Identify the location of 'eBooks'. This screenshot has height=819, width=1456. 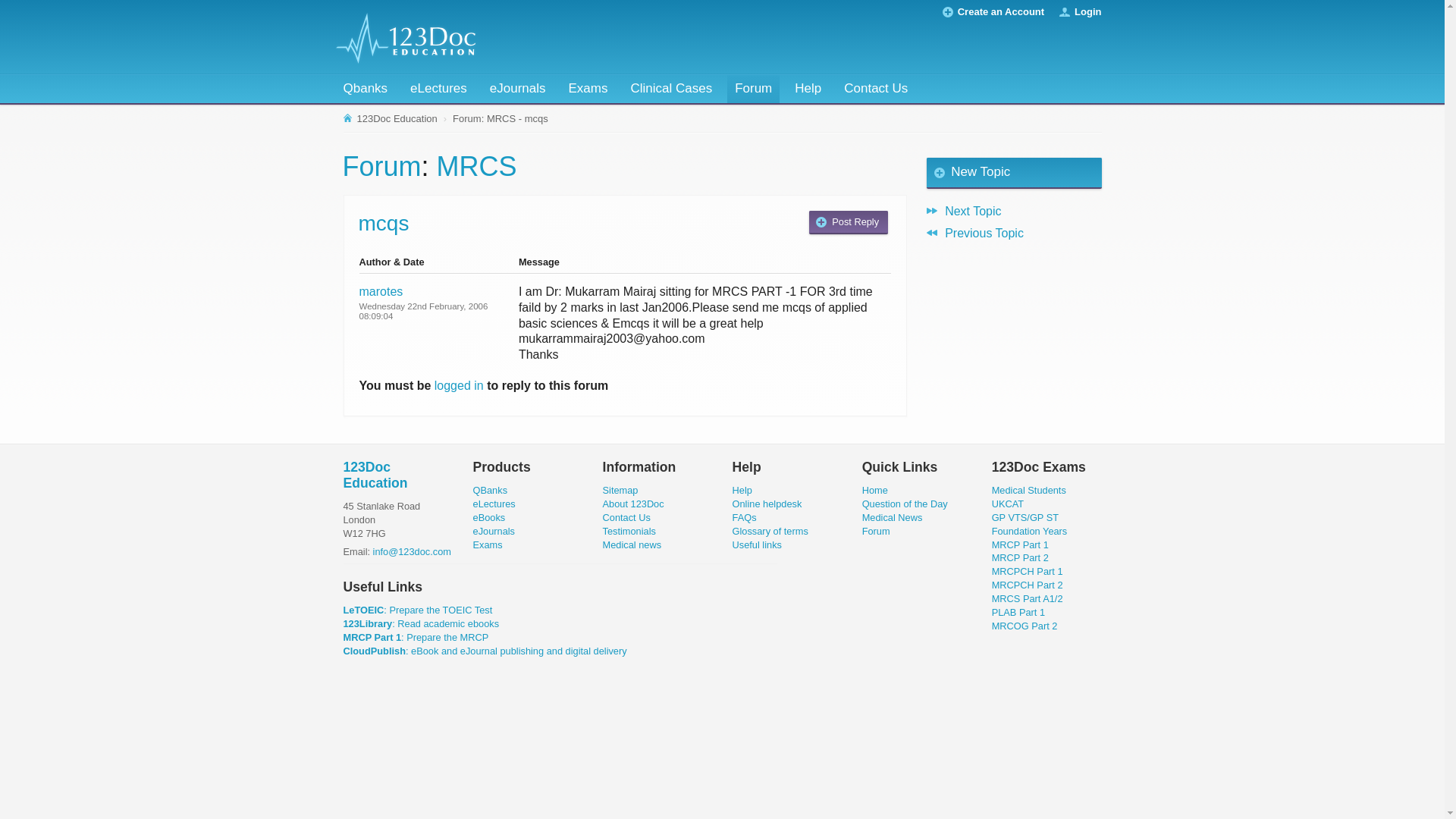
(489, 516).